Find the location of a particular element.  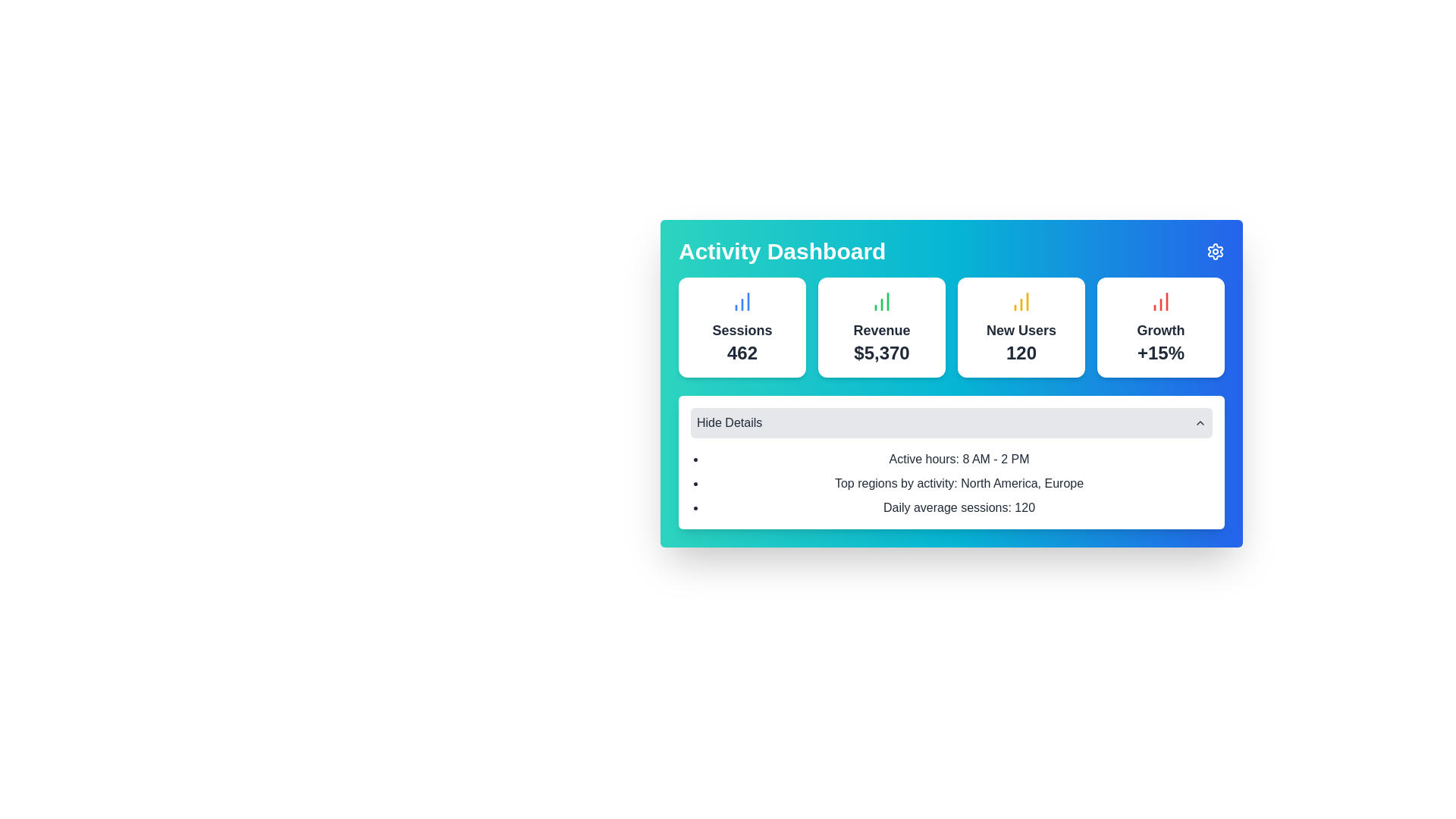

static text label displaying the daily average number of sessions, which is 120, located in the third item of the bulleted list under the 'Hide Details' section is located at coordinates (959, 508).